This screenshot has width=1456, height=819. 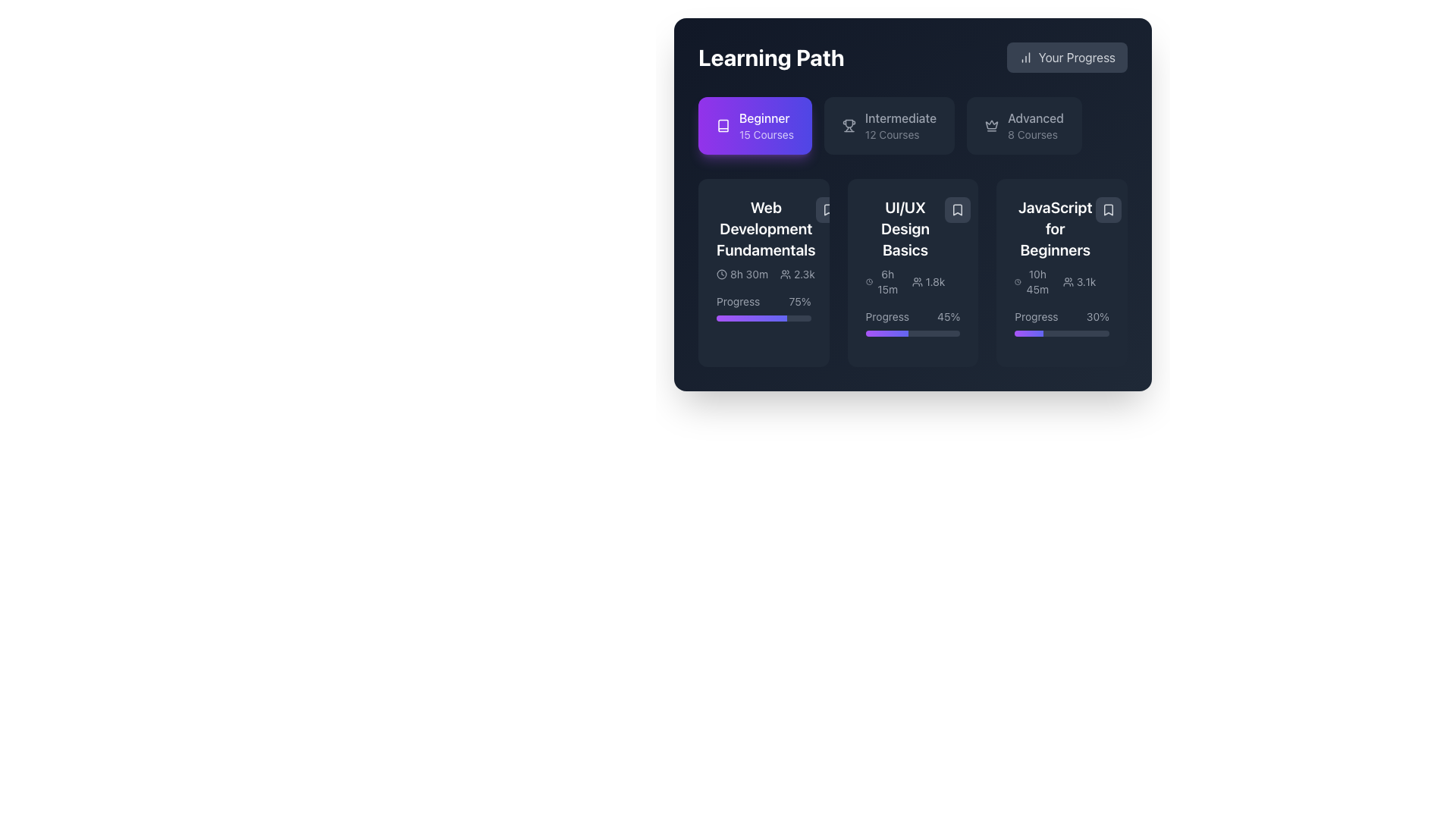 What do you see at coordinates (1097, 315) in the screenshot?
I see `the static text label displaying '30%' which indicates the progress completion percentage of the JavaScript for Beginners course, located at the bottom of the course card` at bounding box center [1097, 315].